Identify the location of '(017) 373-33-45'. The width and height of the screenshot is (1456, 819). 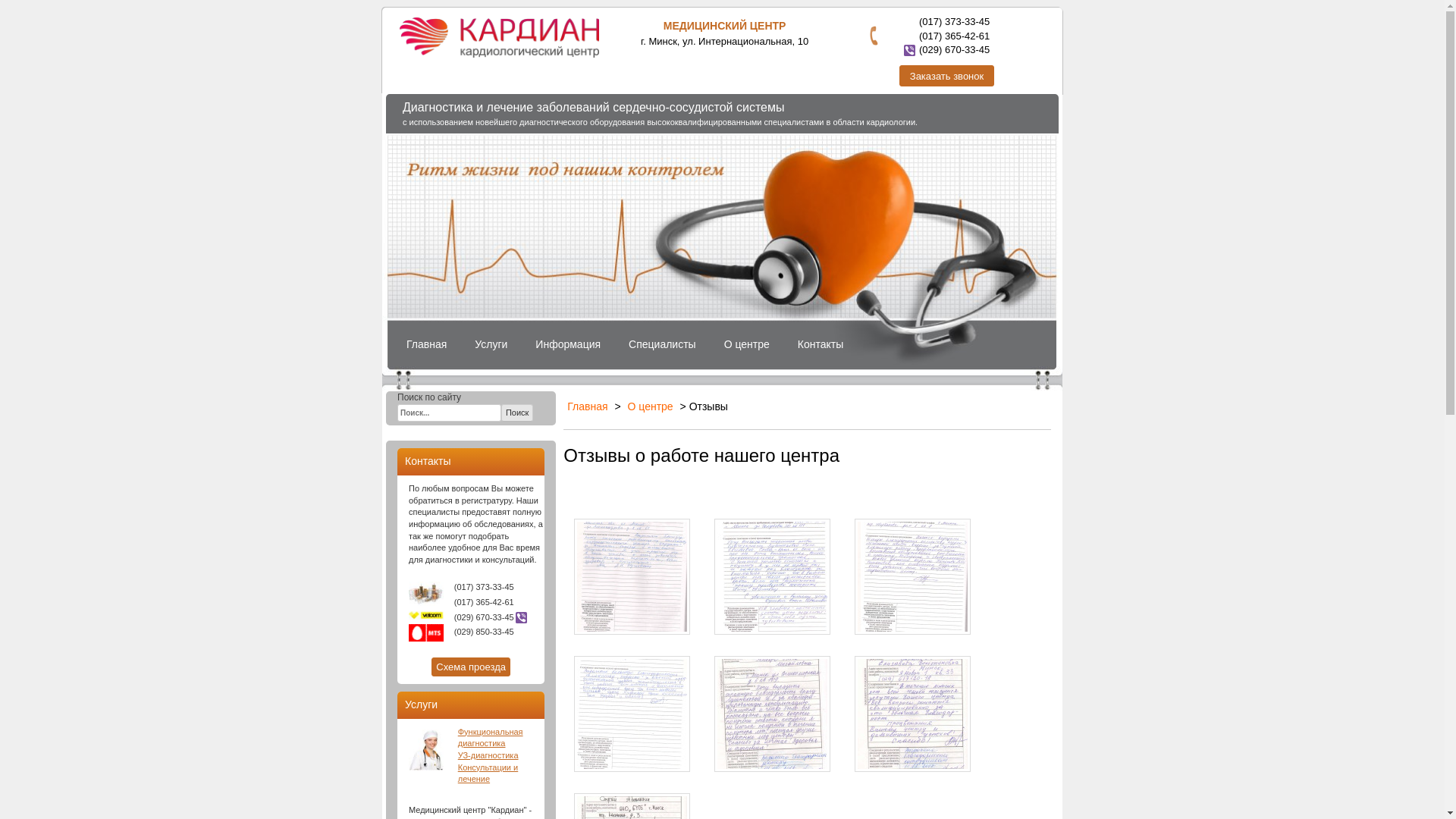
(953, 21).